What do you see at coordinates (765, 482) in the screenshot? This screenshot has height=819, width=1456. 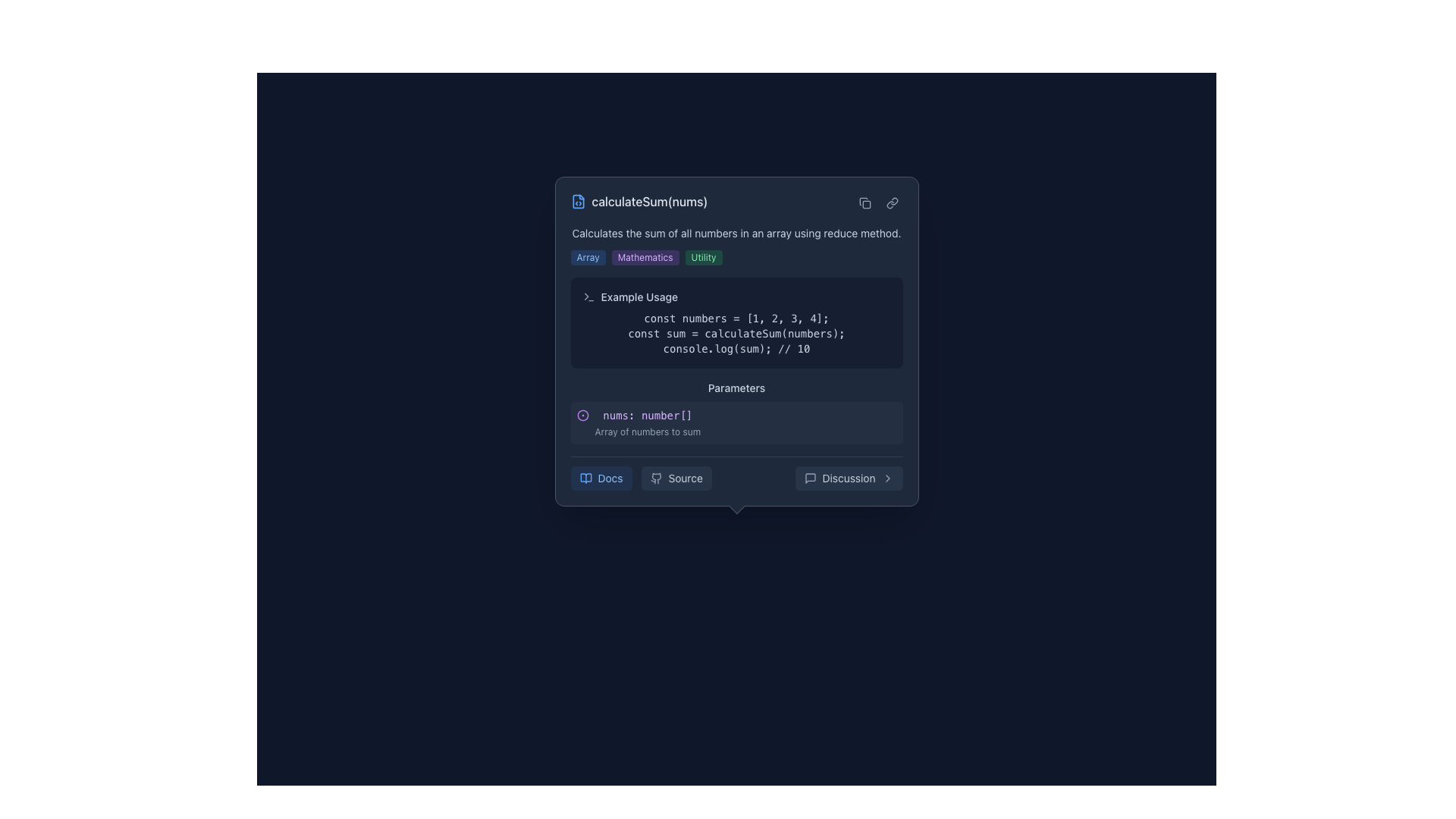 I see `the content of the text label displaying 'nums: number[]' in purple color, which is the fourth segment within the syntax-highlighted function definition block` at bounding box center [765, 482].